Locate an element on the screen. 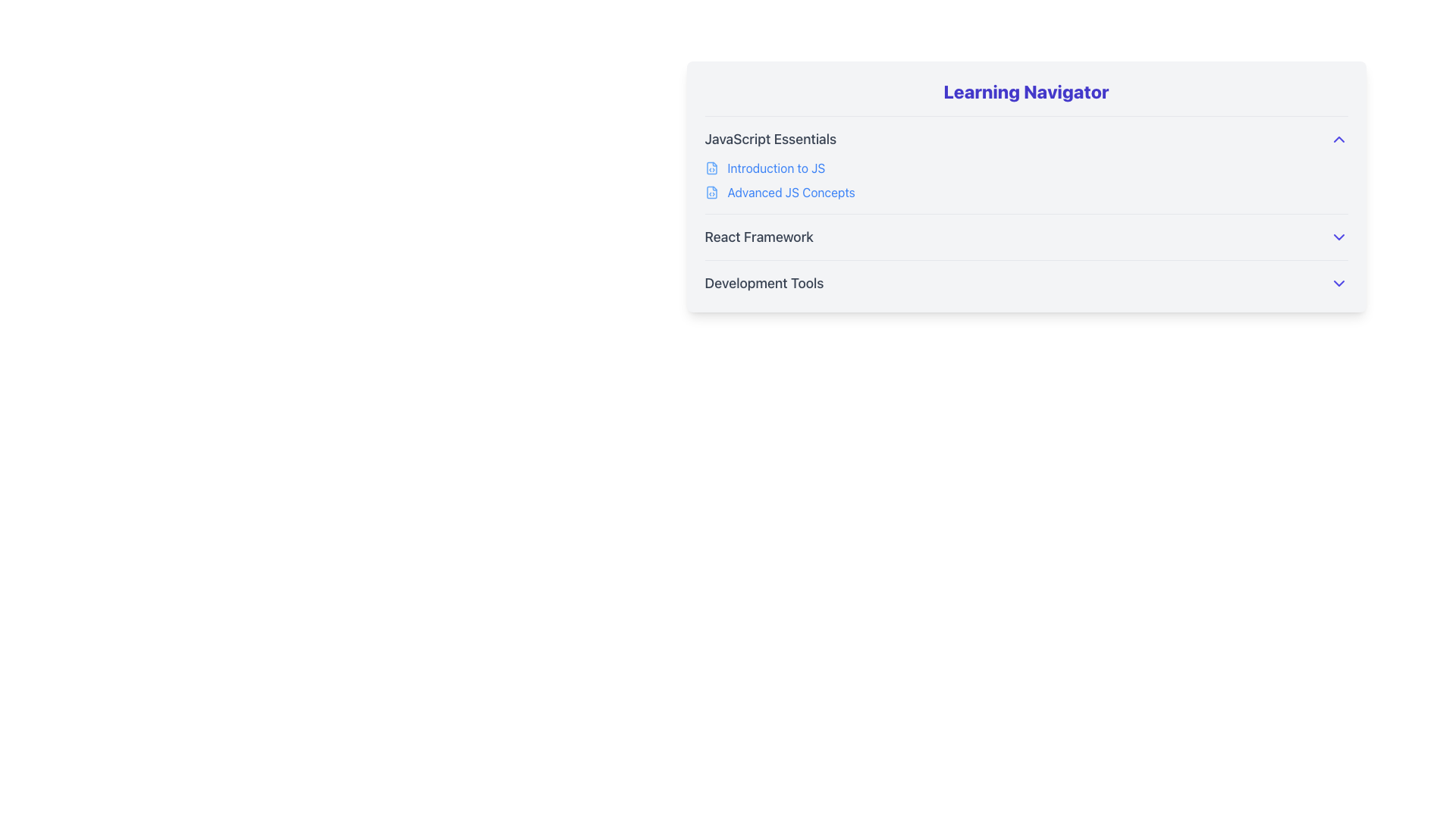 This screenshot has width=1456, height=819. the Chevron/Arrow icon in the header of the 'JavaScript Essentials' section is located at coordinates (1338, 140).